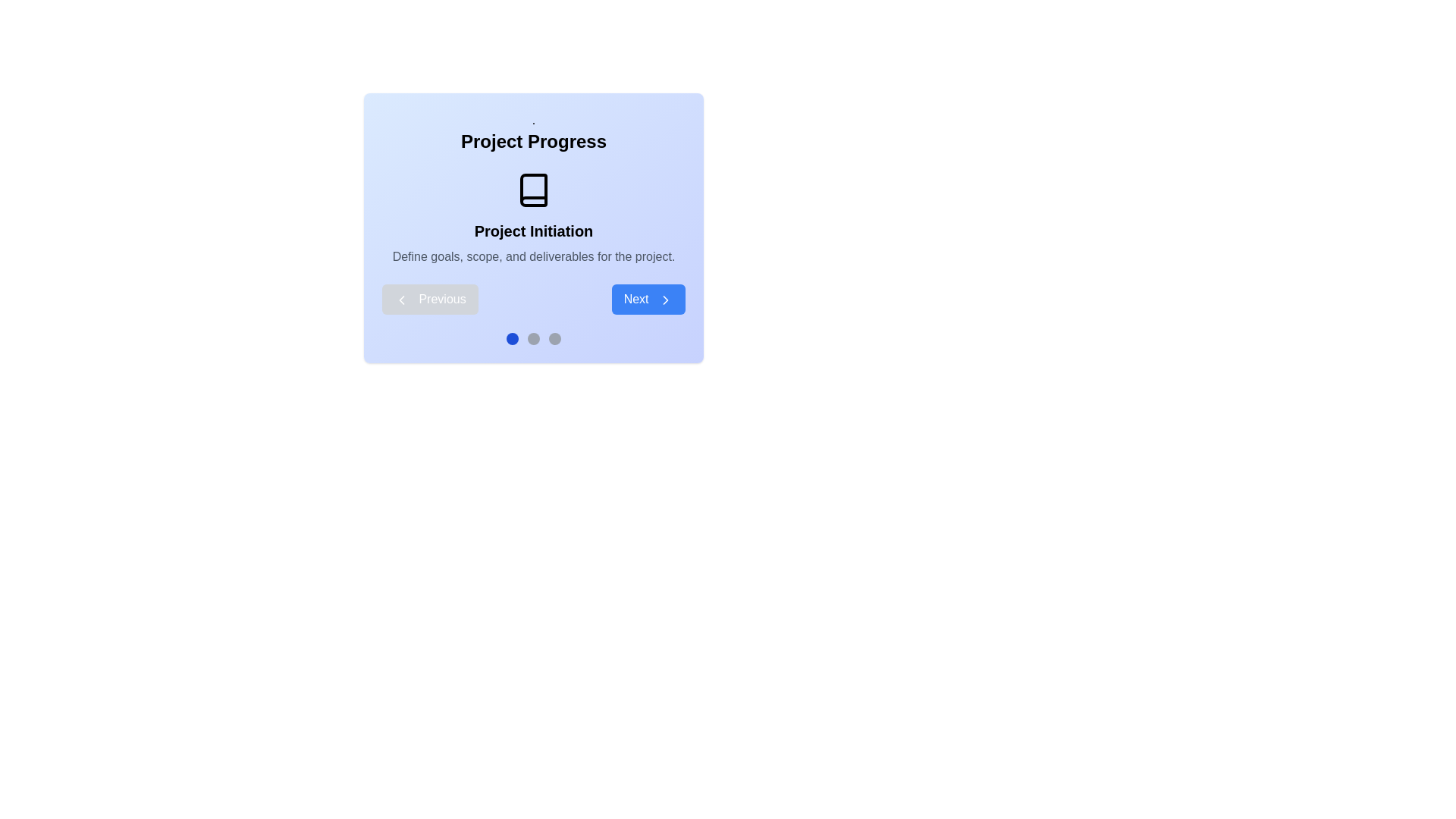  Describe the element at coordinates (534, 189) in the screenshot. I see `the book icon that symbolizes documentation for the 'Project Initiation' process, located above the text 'Project Initiation' and below 'Project Progress'` at that location.